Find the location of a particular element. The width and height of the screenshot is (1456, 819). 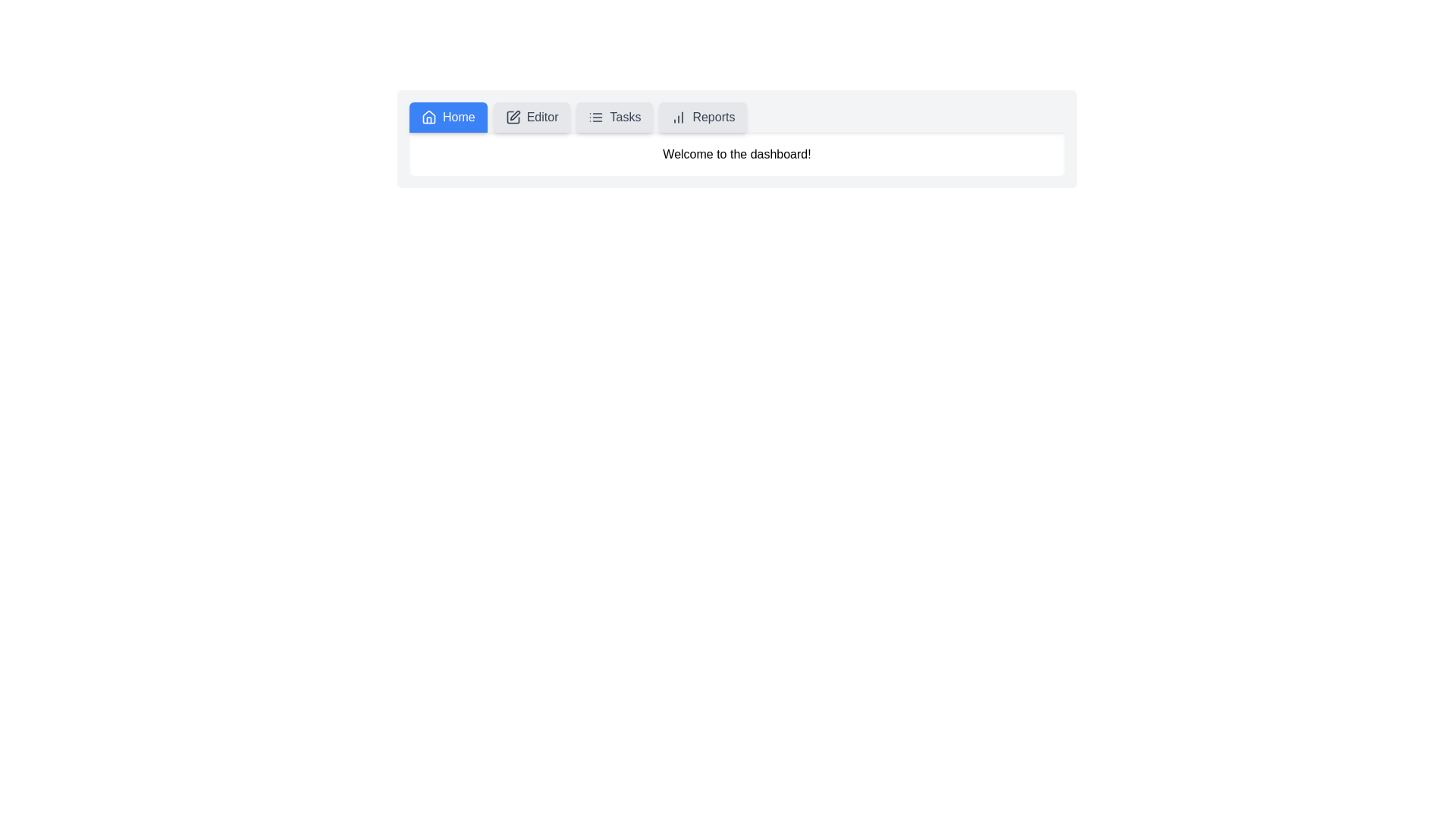

the tab button corresponding to Editor is located at coordinates (531, 116).